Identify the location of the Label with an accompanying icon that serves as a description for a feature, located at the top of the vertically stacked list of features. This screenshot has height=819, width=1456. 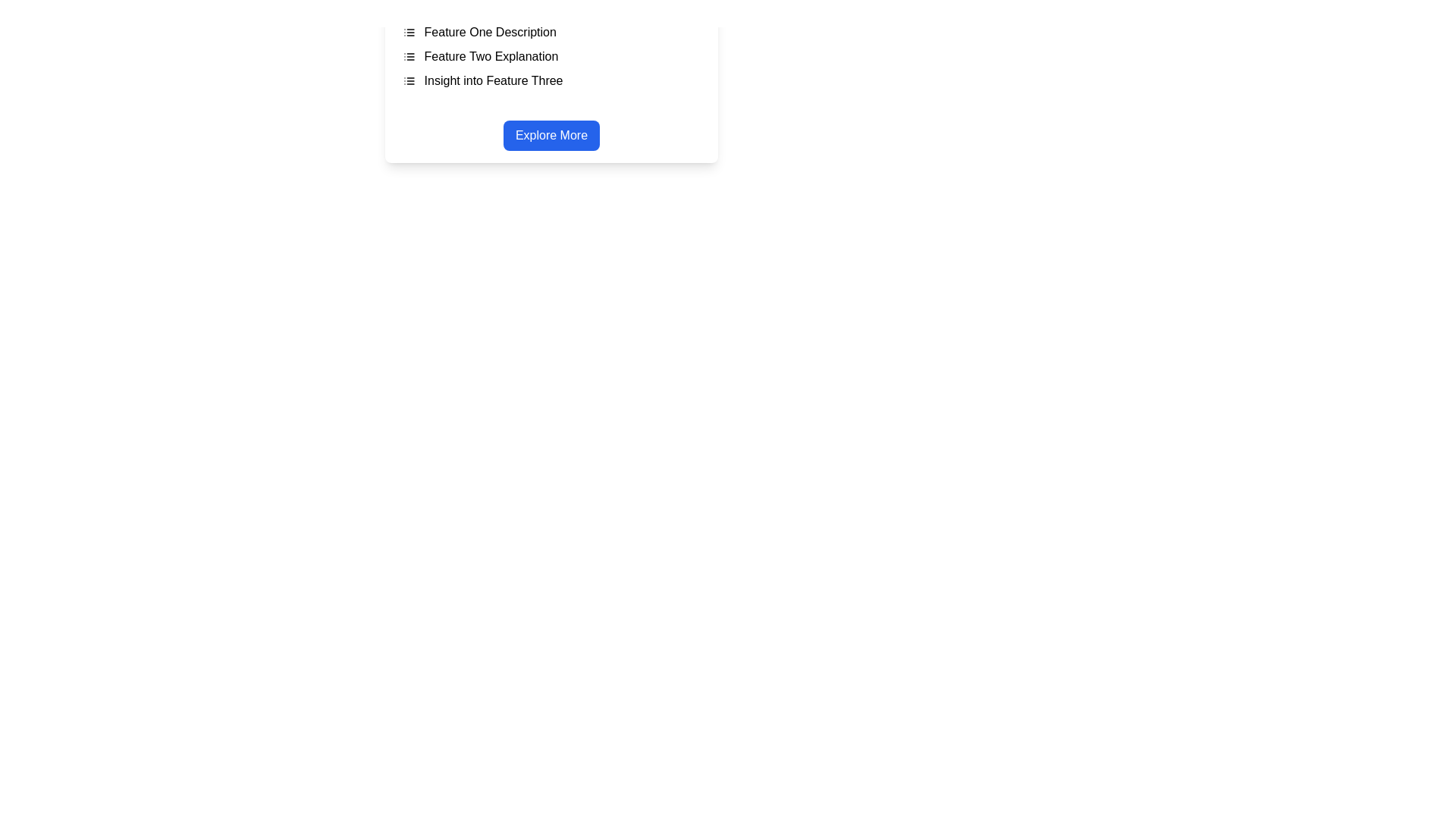
(551, 32).